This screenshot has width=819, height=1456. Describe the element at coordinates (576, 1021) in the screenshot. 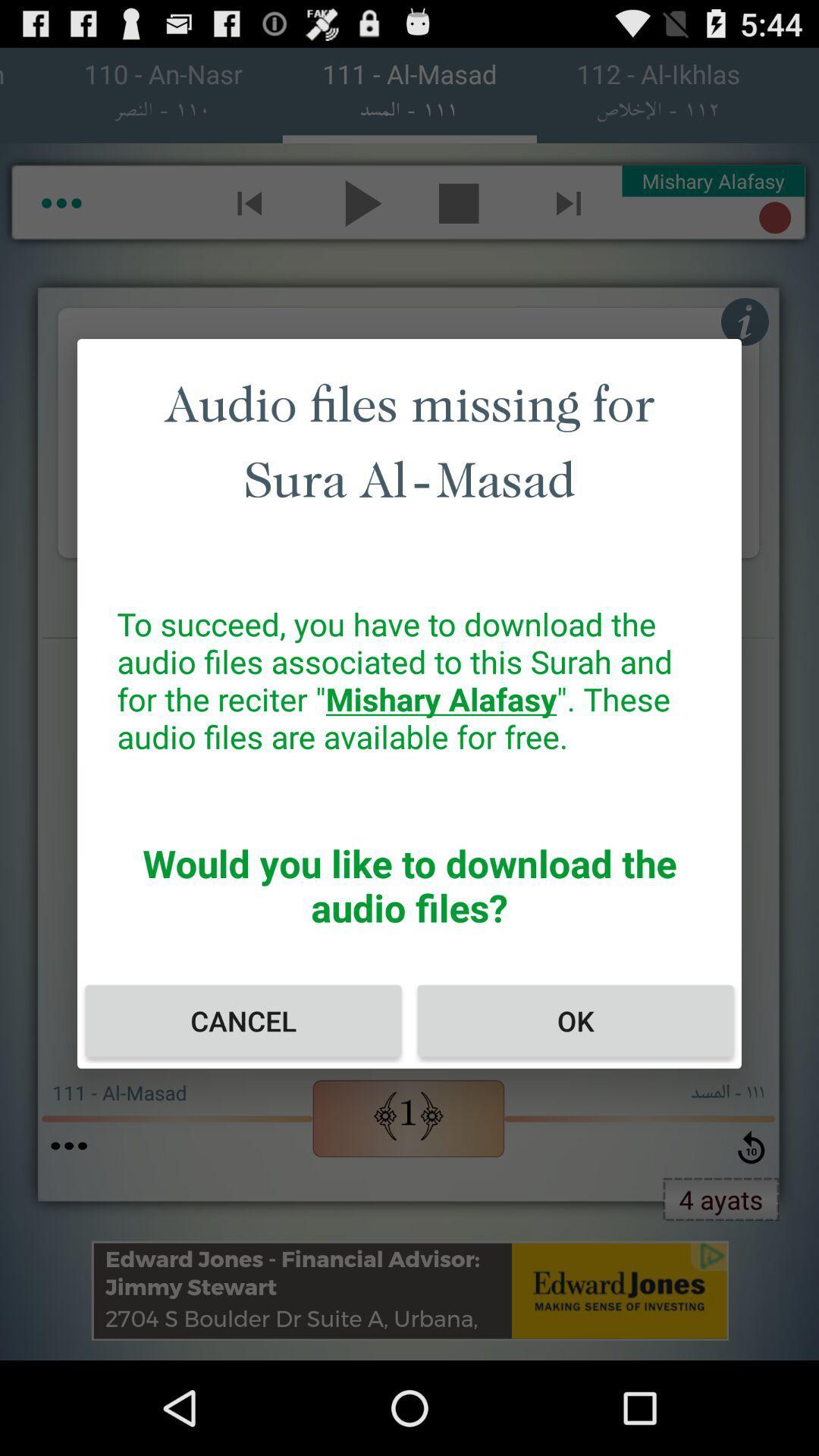

I see `the item next to cancel icon` at that location.